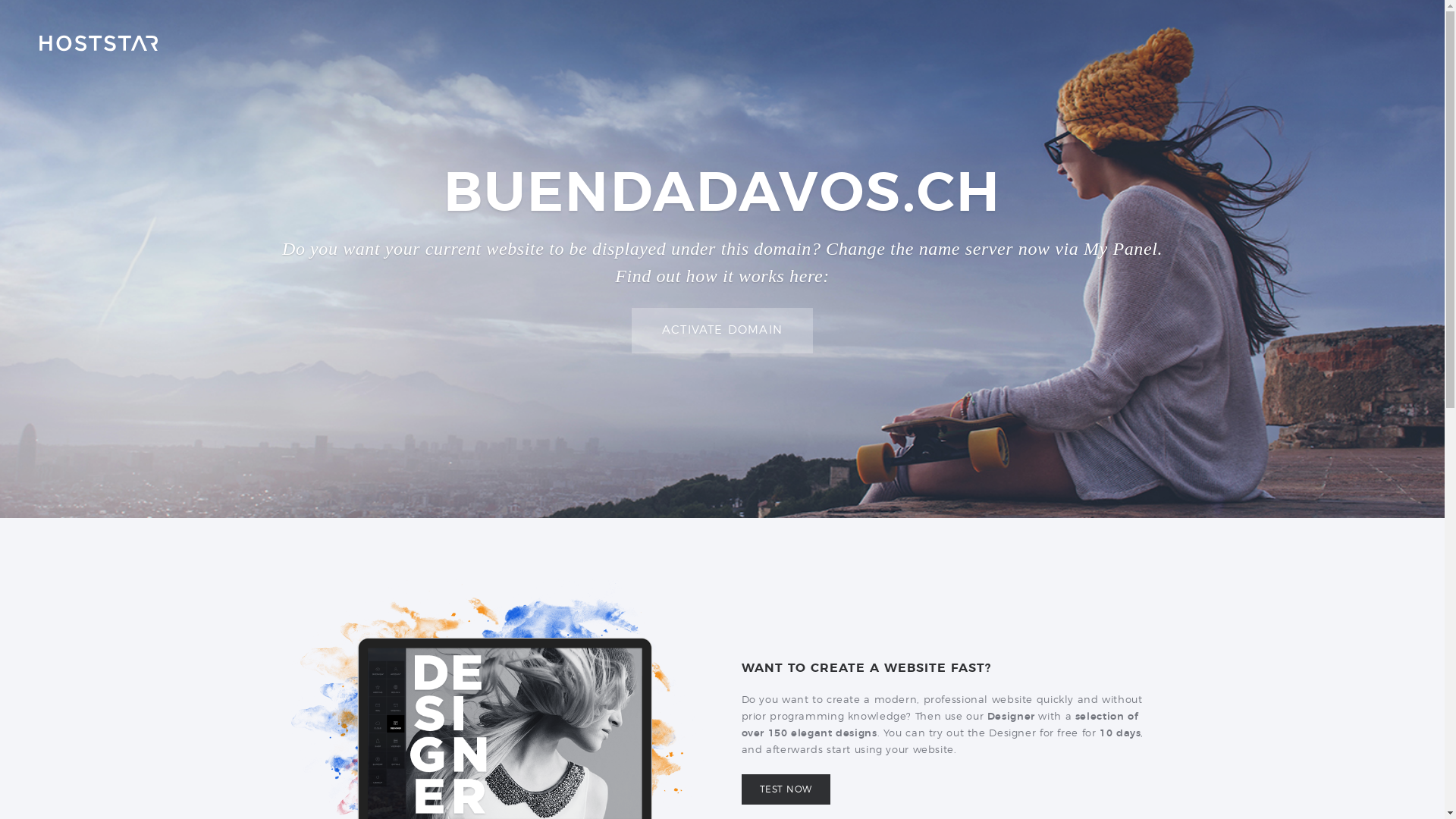 The height and width of the screenshot is (819, 1456). I want to click on 'ACTIVATE DOMAIN', so click(721, 329).